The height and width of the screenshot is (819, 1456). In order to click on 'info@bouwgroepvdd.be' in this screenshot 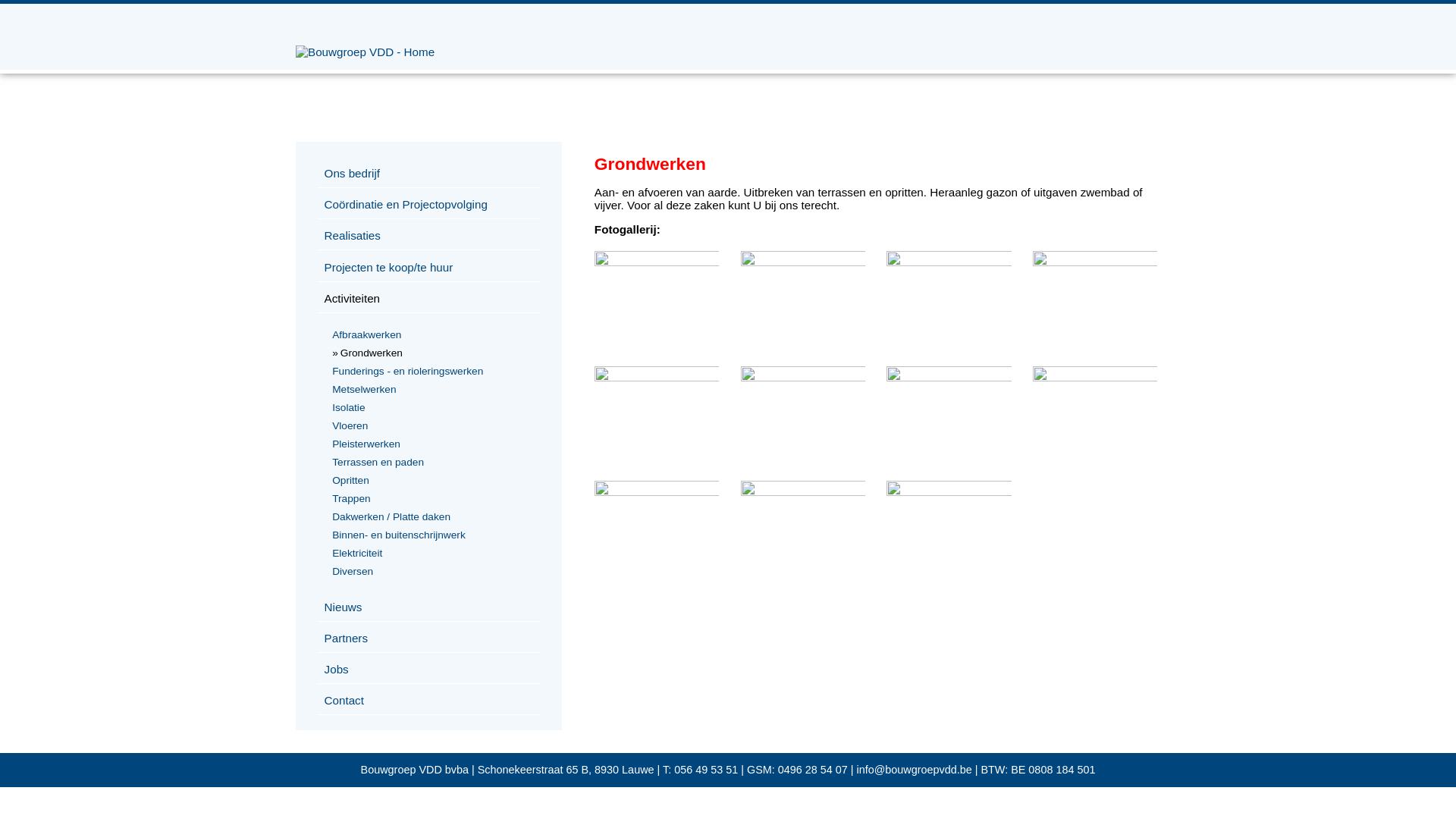, I will do `click(913, 769)`.